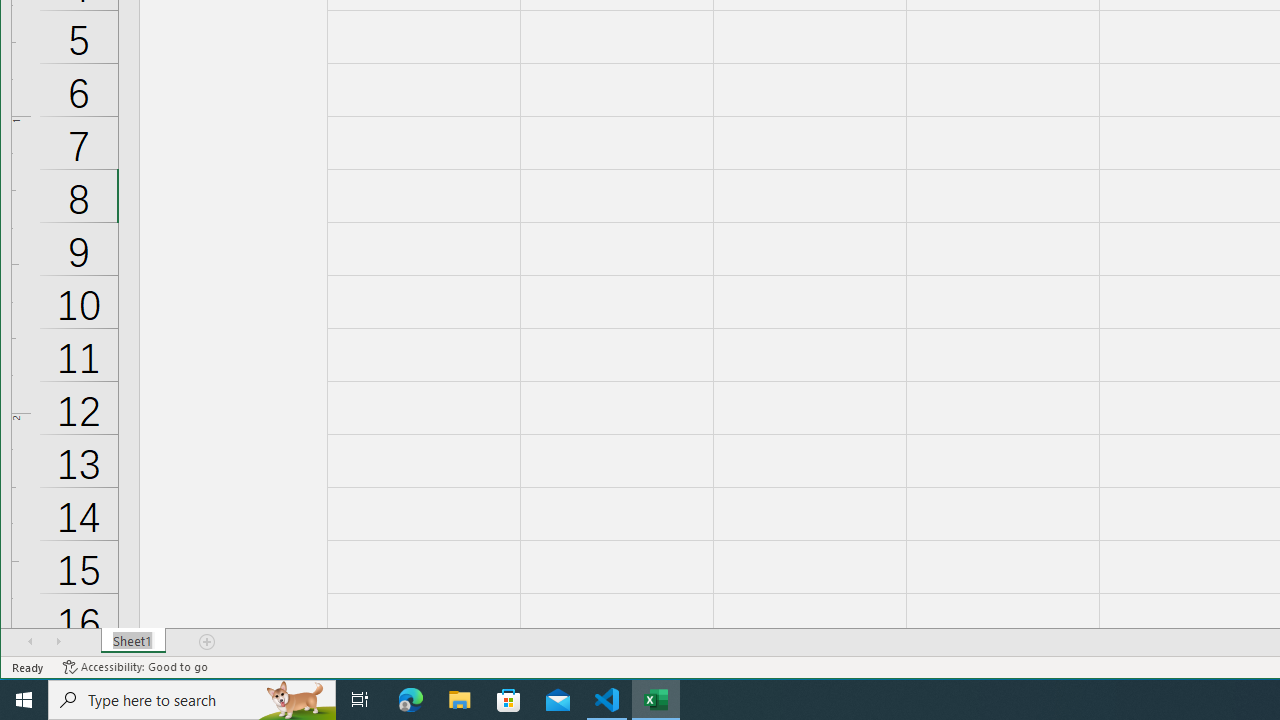  What do you see at coordinates (606, 698) in the screenshot?
I see `'Visual Studio Code - 1 running window'` at bounding box center [606, 698].